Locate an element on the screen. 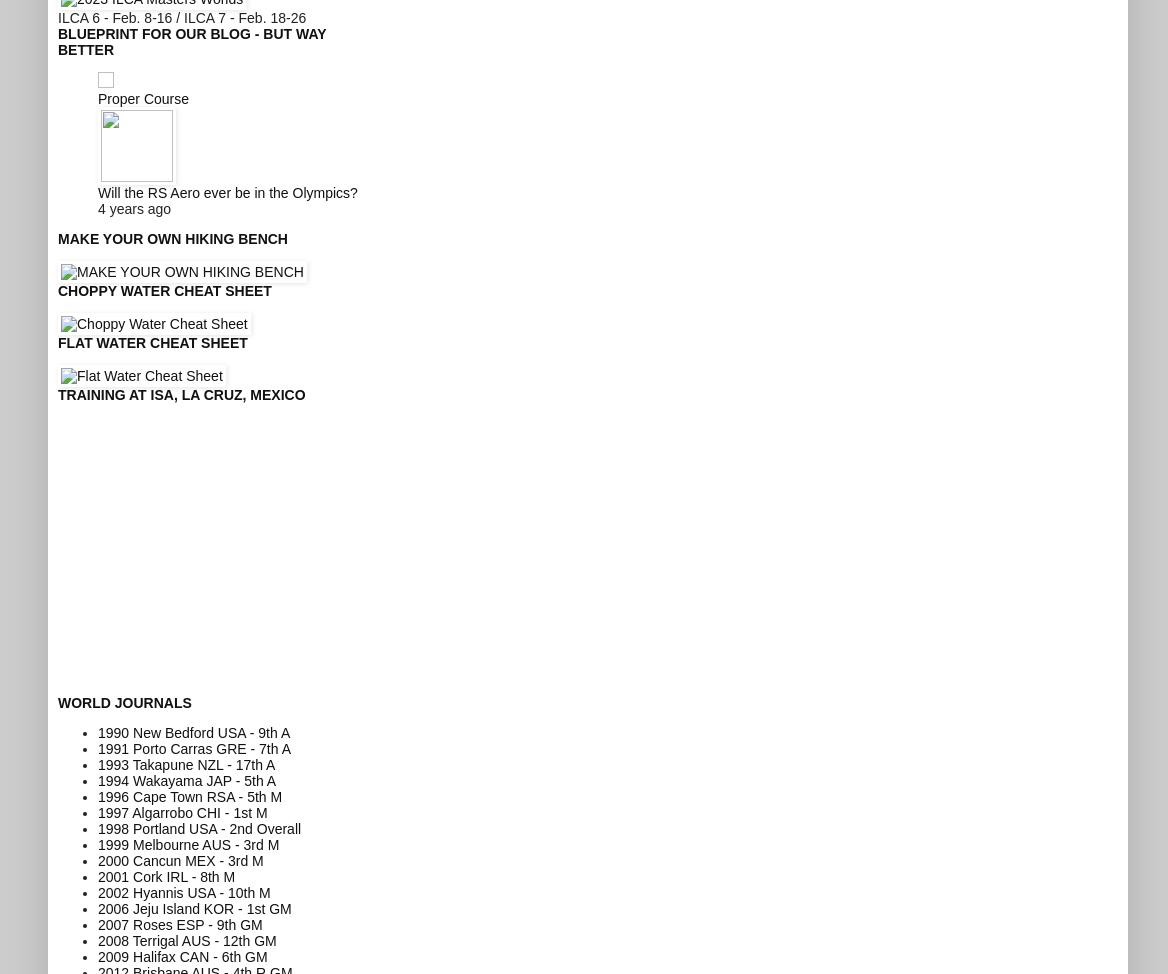 This screenshot has width=1168, height=974. '2006 Jeju Island KOR - 1st GM' is located at coordinates (96, 906).